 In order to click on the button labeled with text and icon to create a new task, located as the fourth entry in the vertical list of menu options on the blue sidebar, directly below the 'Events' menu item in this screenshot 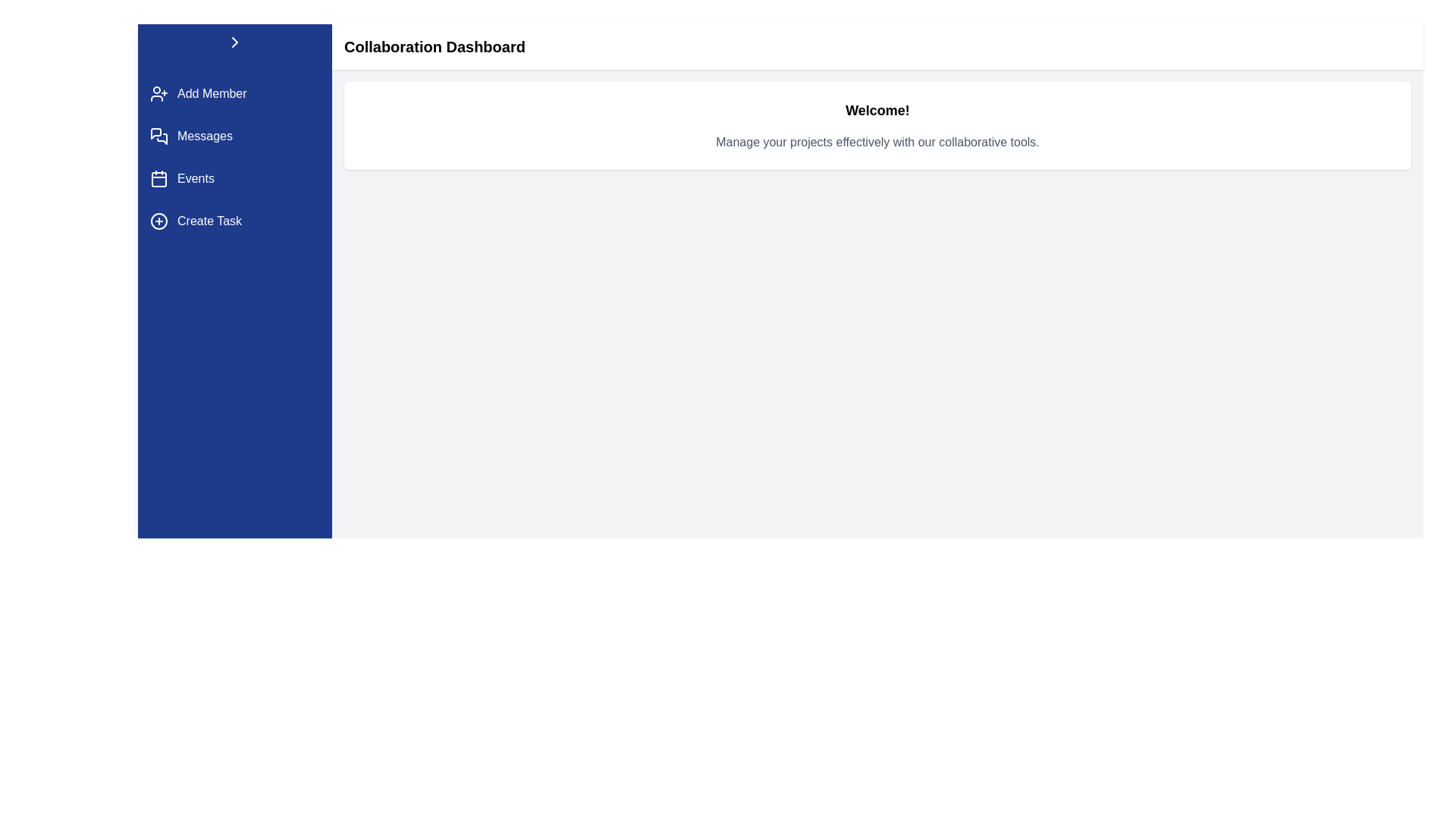, I will do `click(234, 221)`.